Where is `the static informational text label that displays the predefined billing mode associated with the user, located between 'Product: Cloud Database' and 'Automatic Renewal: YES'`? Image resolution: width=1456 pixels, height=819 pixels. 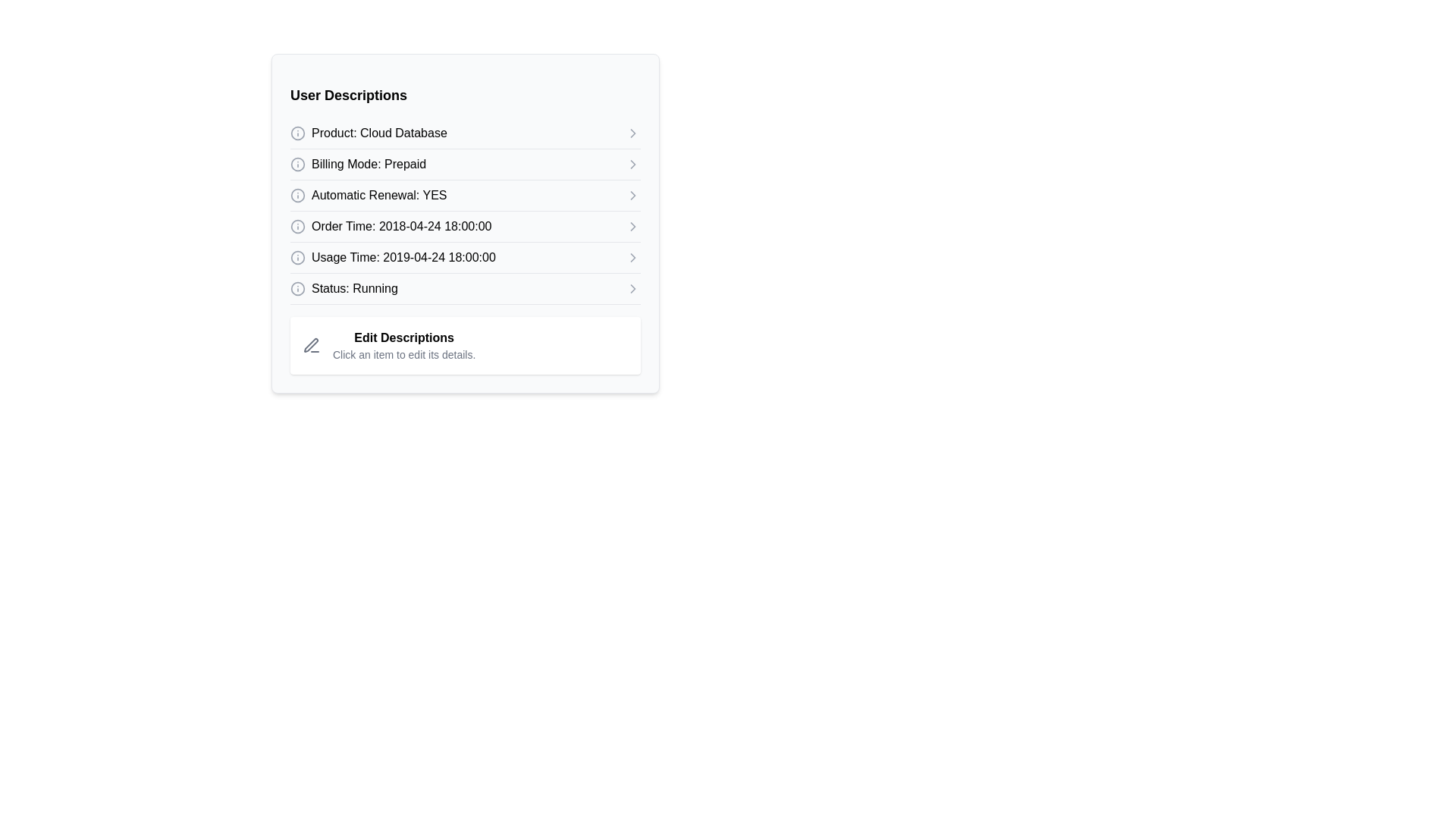
the static informational text label that displays the predefined billing mode associated with the user, located between 'Product: Cloud Database' and 'Automatic Renewal: YES' is located at coordinates (369, 164).